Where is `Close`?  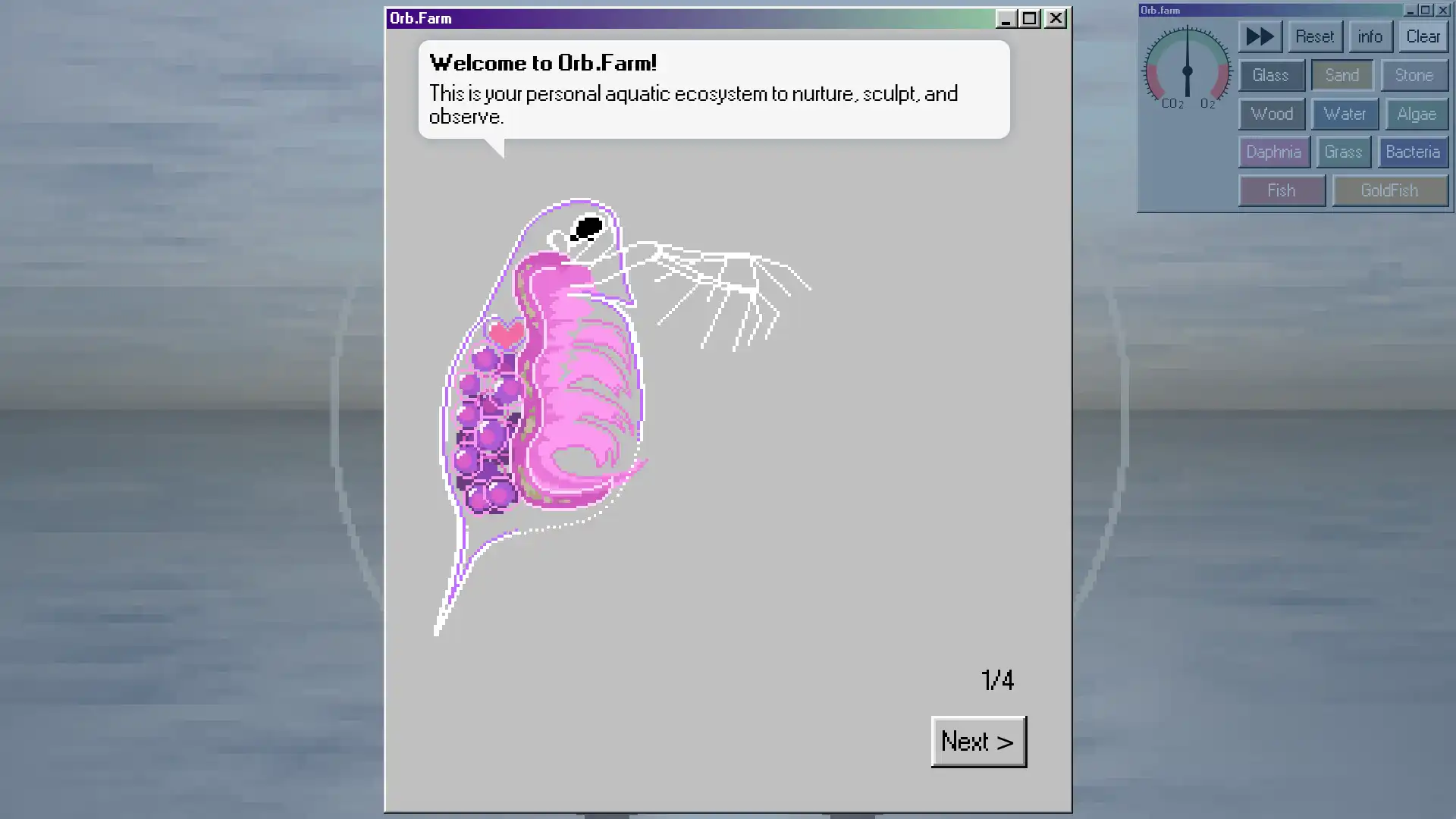 Close is located at coordinates (1153, 8).